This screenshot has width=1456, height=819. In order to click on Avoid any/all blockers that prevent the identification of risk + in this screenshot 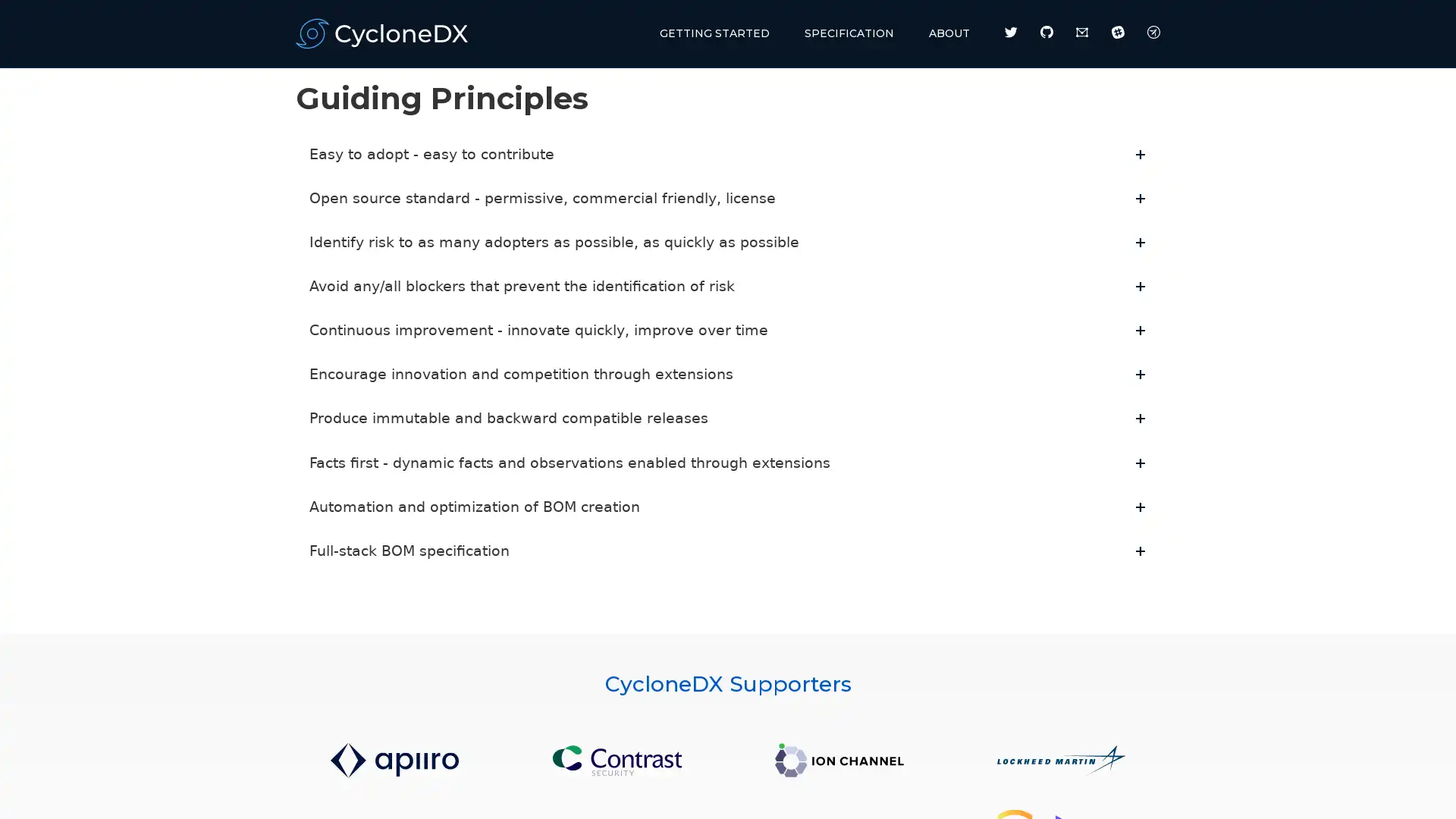, I will do `click(728, 287)`.